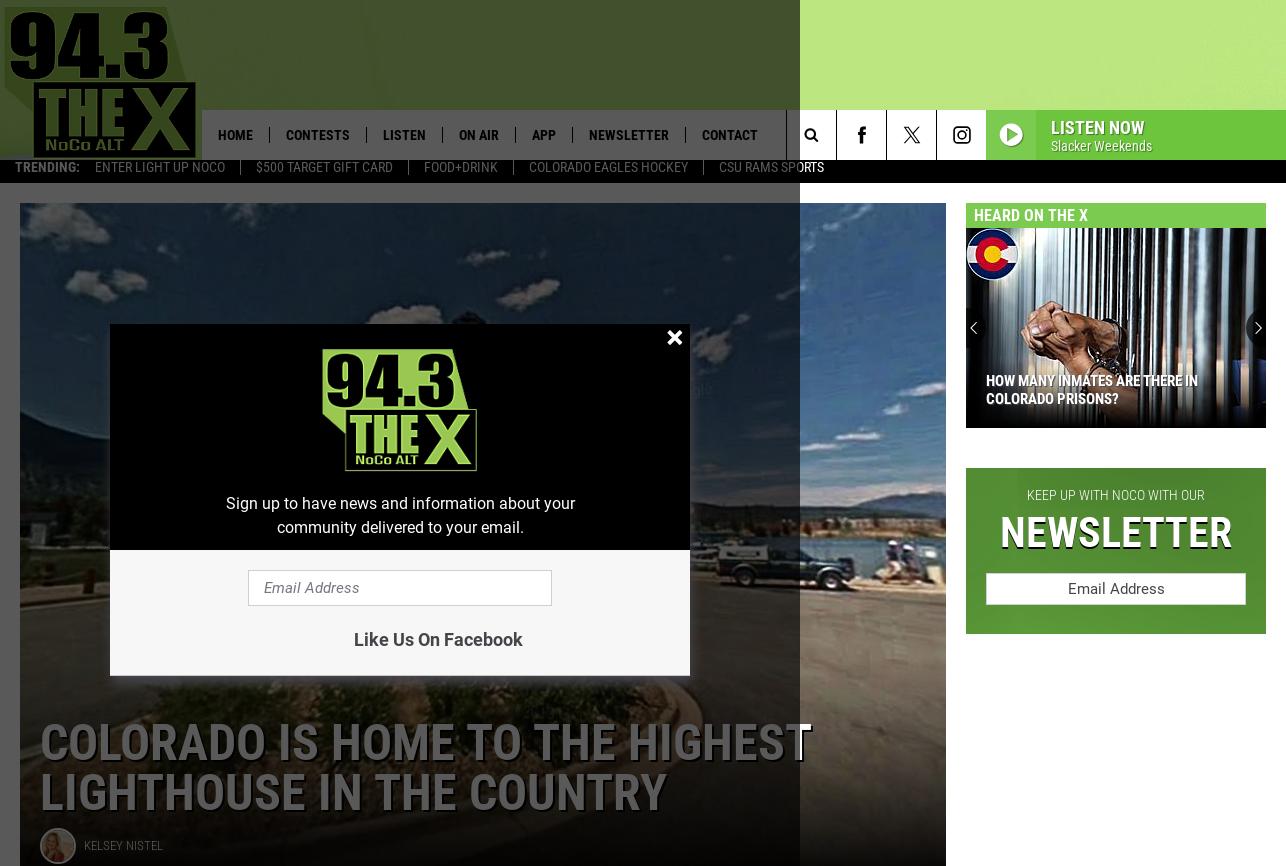 This screenshot has width=1286, height=866. Describe the element at coordinates (541, 135) in the screenshot. I see `'App'` at that location.